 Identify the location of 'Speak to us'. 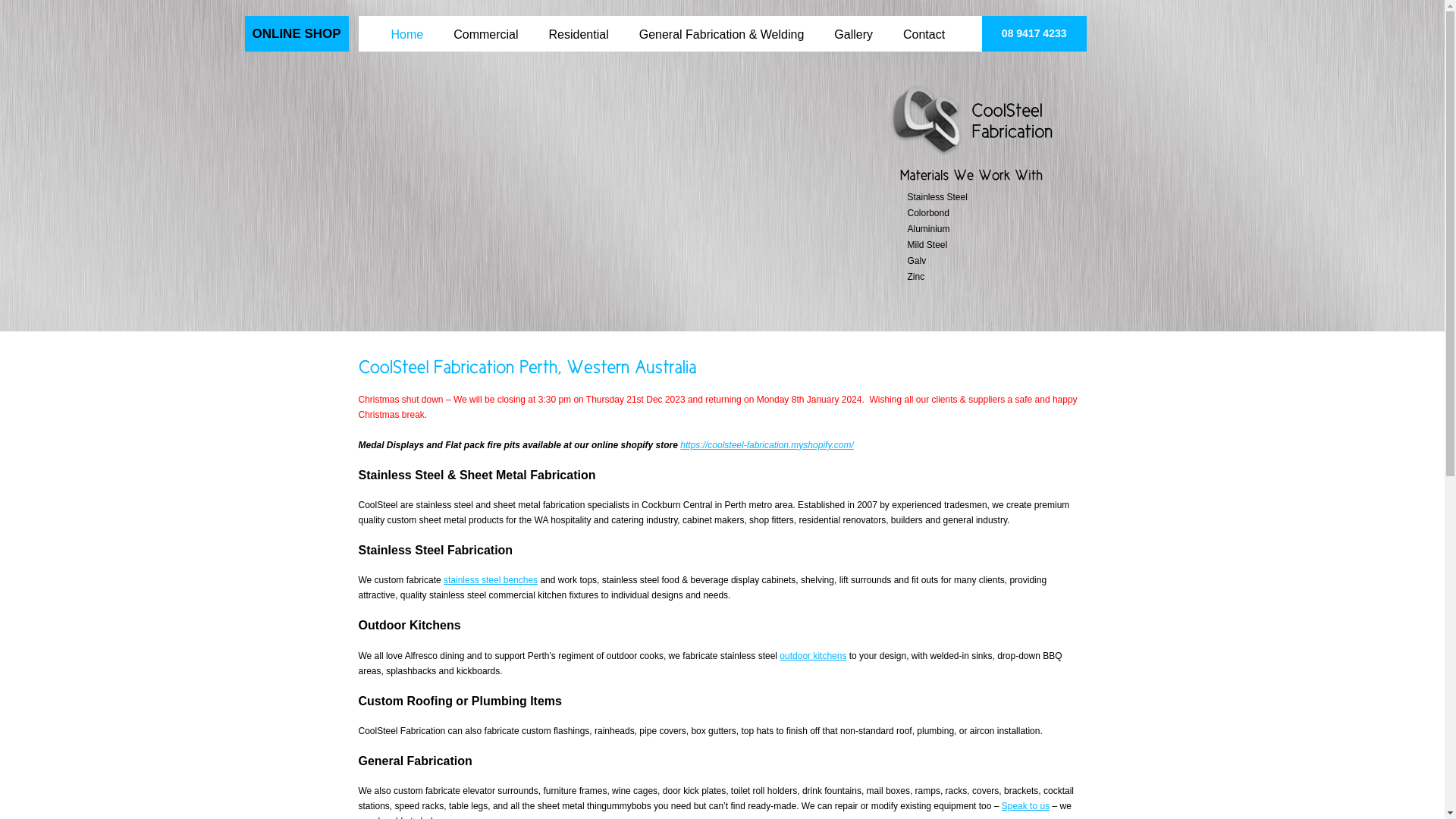
(1025, 805).